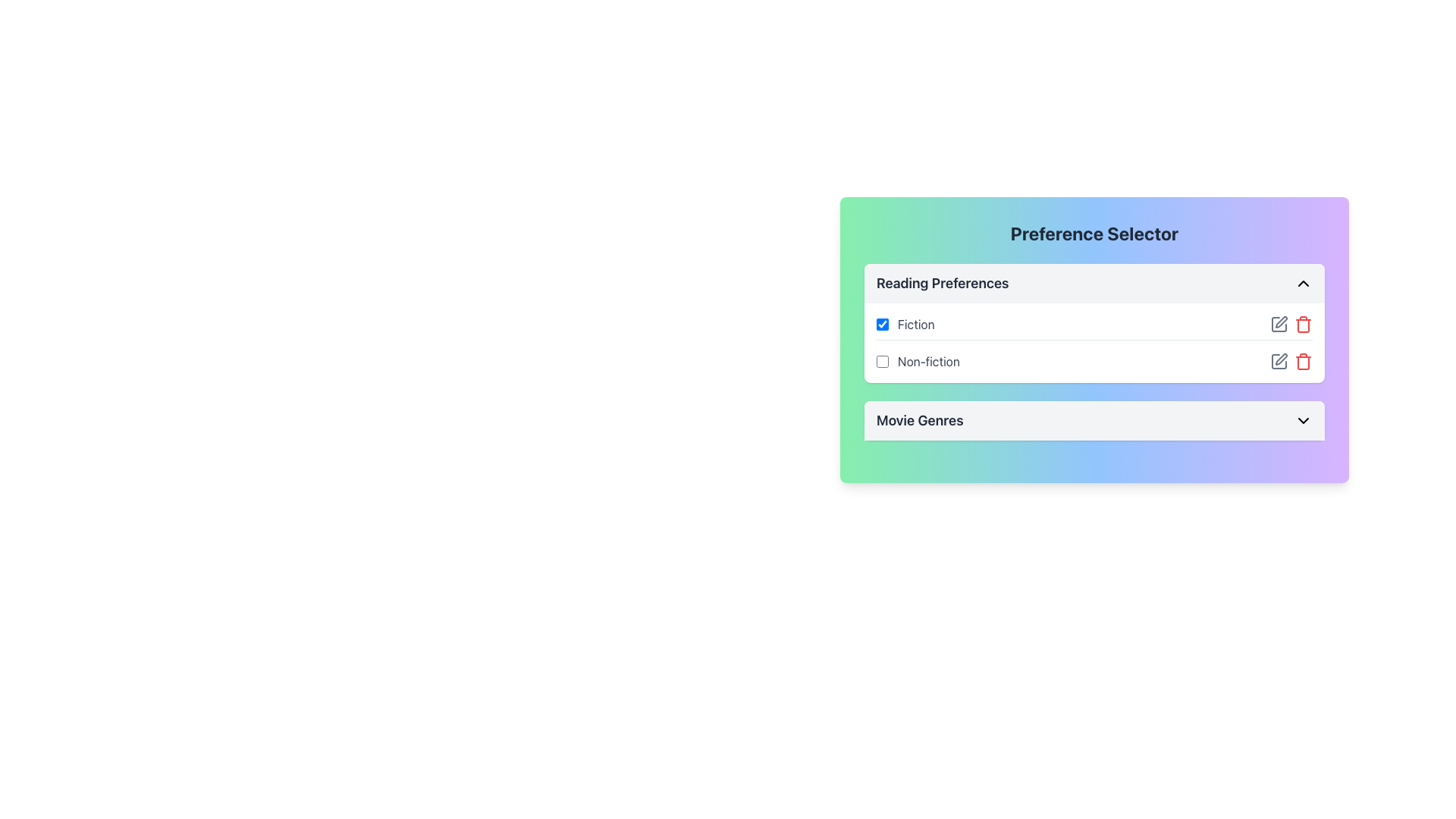  I want to click on the blue checkbox labeled 'Fiction', so click(905, 324).